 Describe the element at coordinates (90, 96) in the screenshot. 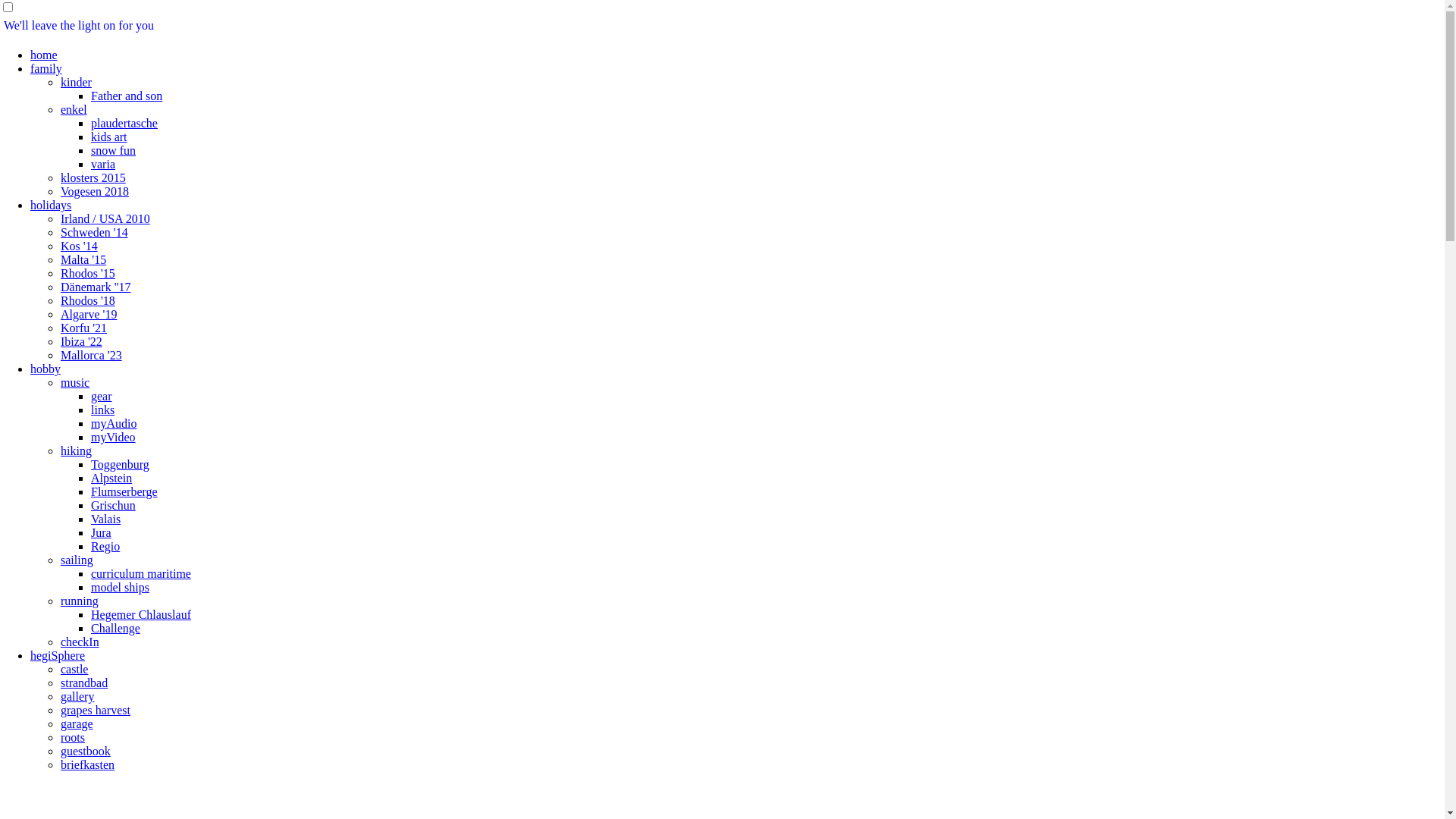

I see `'Father and son'` at that location.